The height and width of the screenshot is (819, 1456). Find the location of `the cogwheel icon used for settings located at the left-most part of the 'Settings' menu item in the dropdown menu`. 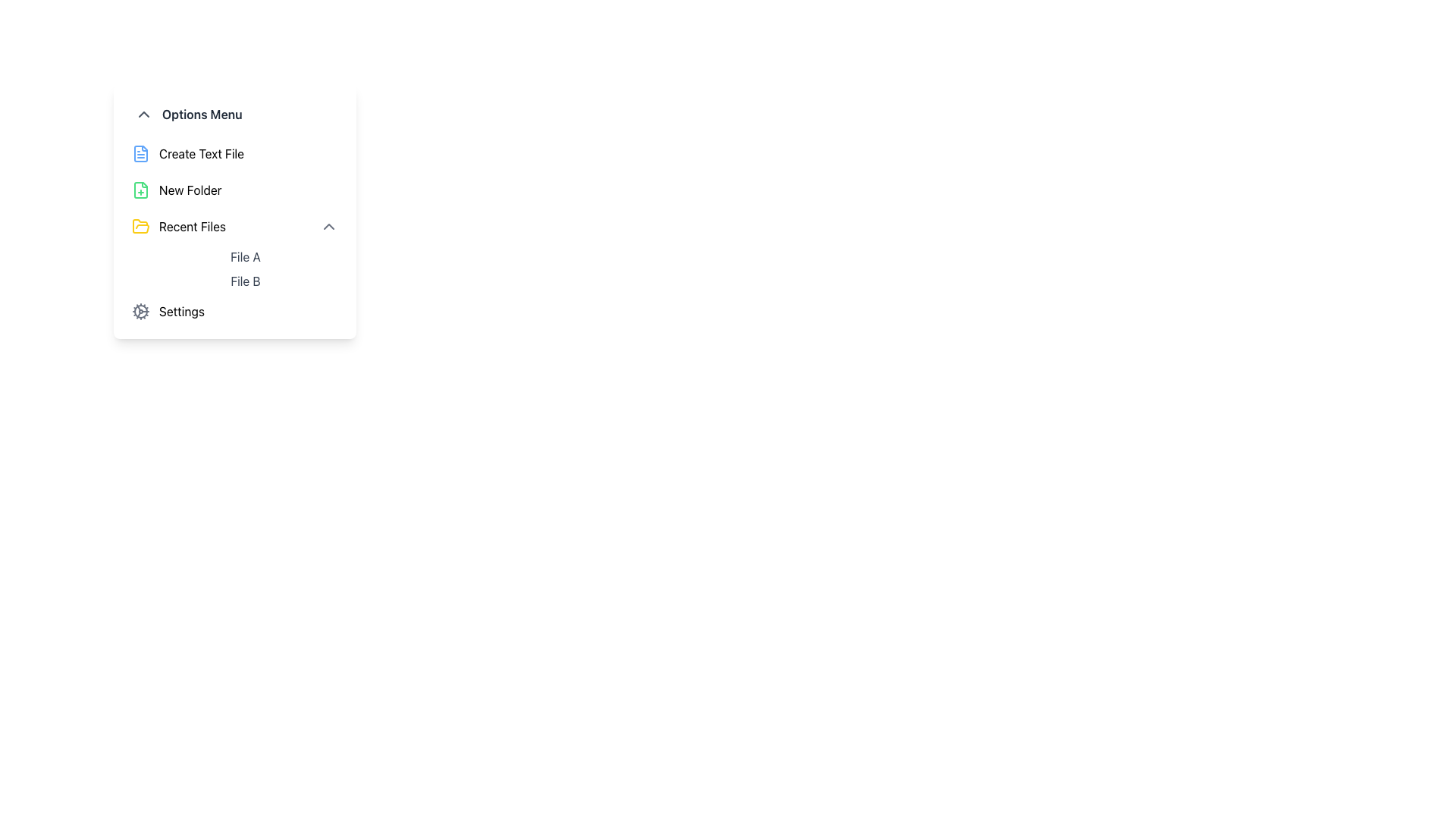

the cogwheel icon used for settings located at the left-most part of the 'Settings' menu item in the dropdown menu is located at coordinates (141, 311).